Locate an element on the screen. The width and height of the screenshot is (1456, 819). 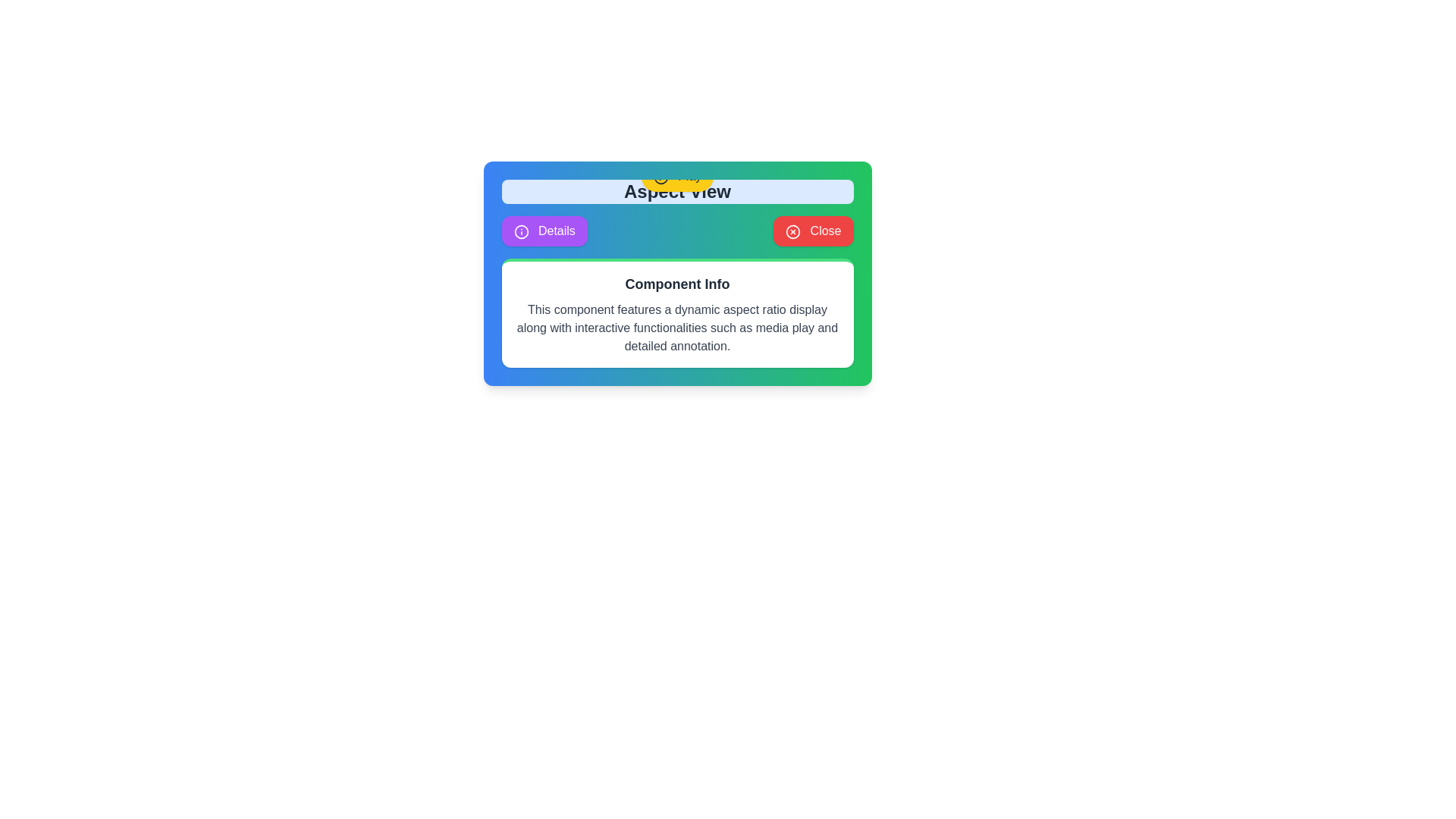
the button located on the left side of a horizontal layout, which provides additional information when clicked is located at coordinates (544, 231).